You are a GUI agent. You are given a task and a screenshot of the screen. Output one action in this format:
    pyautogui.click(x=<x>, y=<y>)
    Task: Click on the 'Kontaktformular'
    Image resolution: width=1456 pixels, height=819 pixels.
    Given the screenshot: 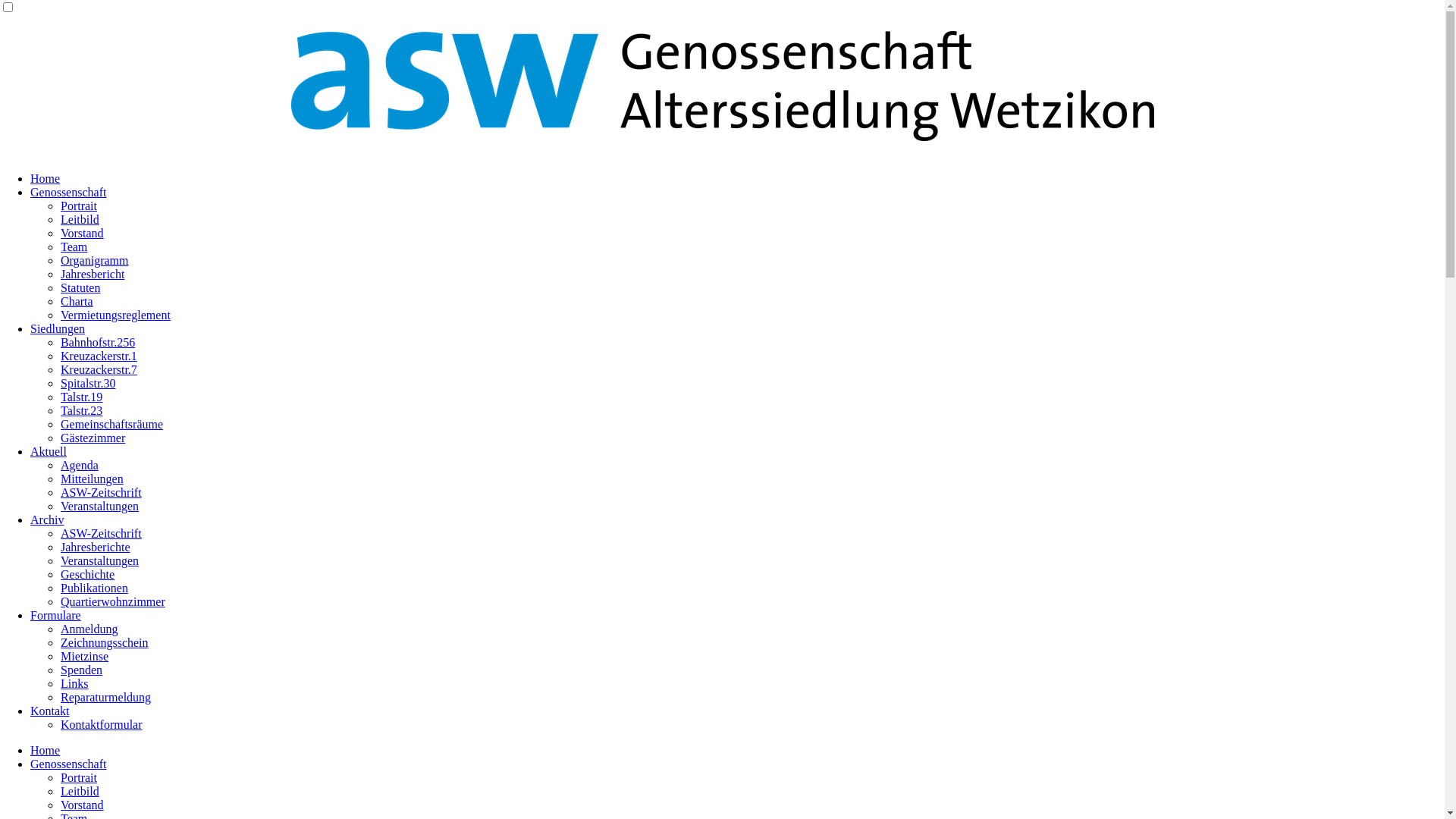 What is the action you would take?
    pyautogui.click(x=101, y=723)
    